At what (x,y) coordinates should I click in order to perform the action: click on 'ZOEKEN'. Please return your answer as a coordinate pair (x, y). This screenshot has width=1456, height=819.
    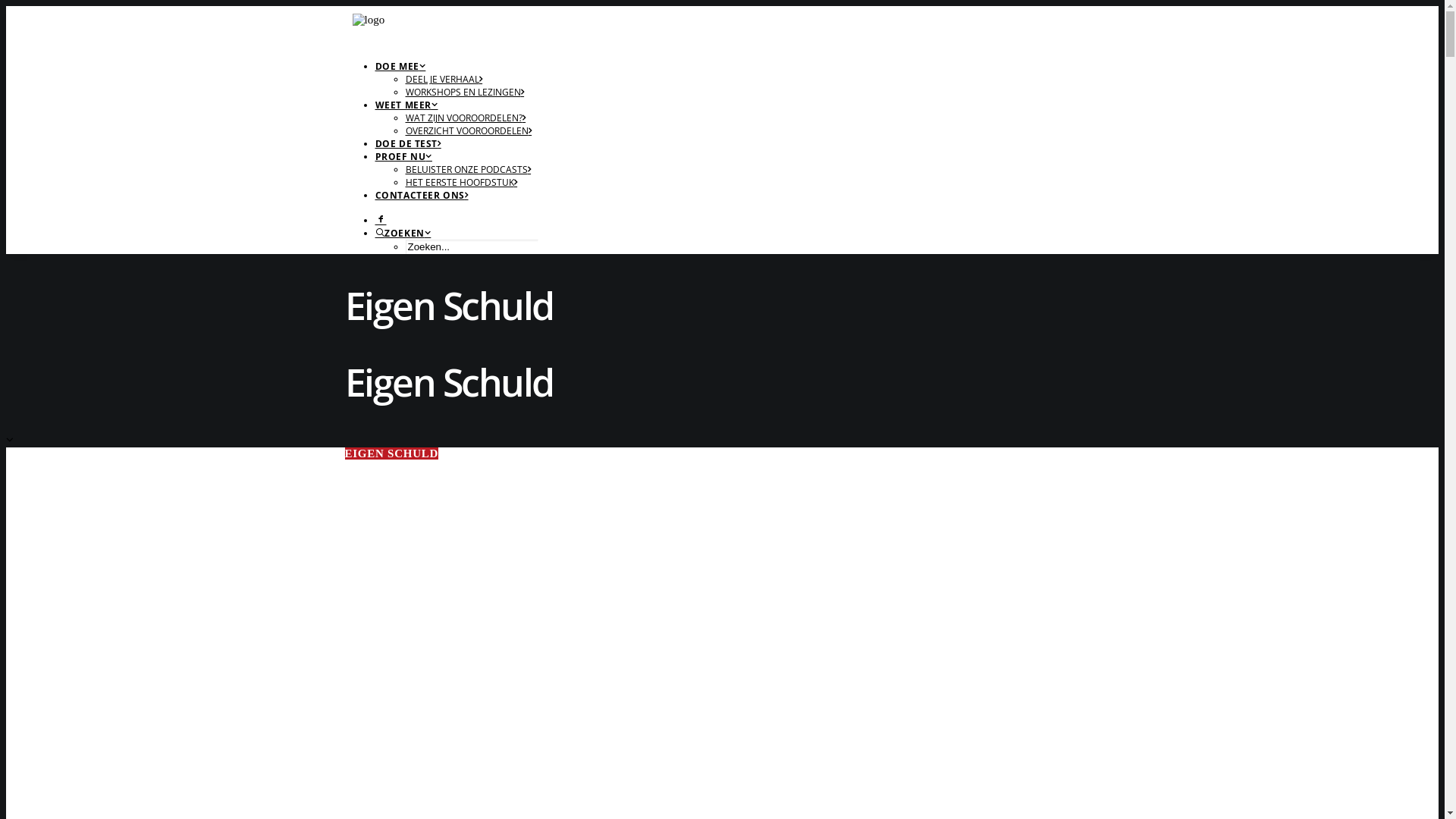
    Looking at the image, I should click on (403, 233).